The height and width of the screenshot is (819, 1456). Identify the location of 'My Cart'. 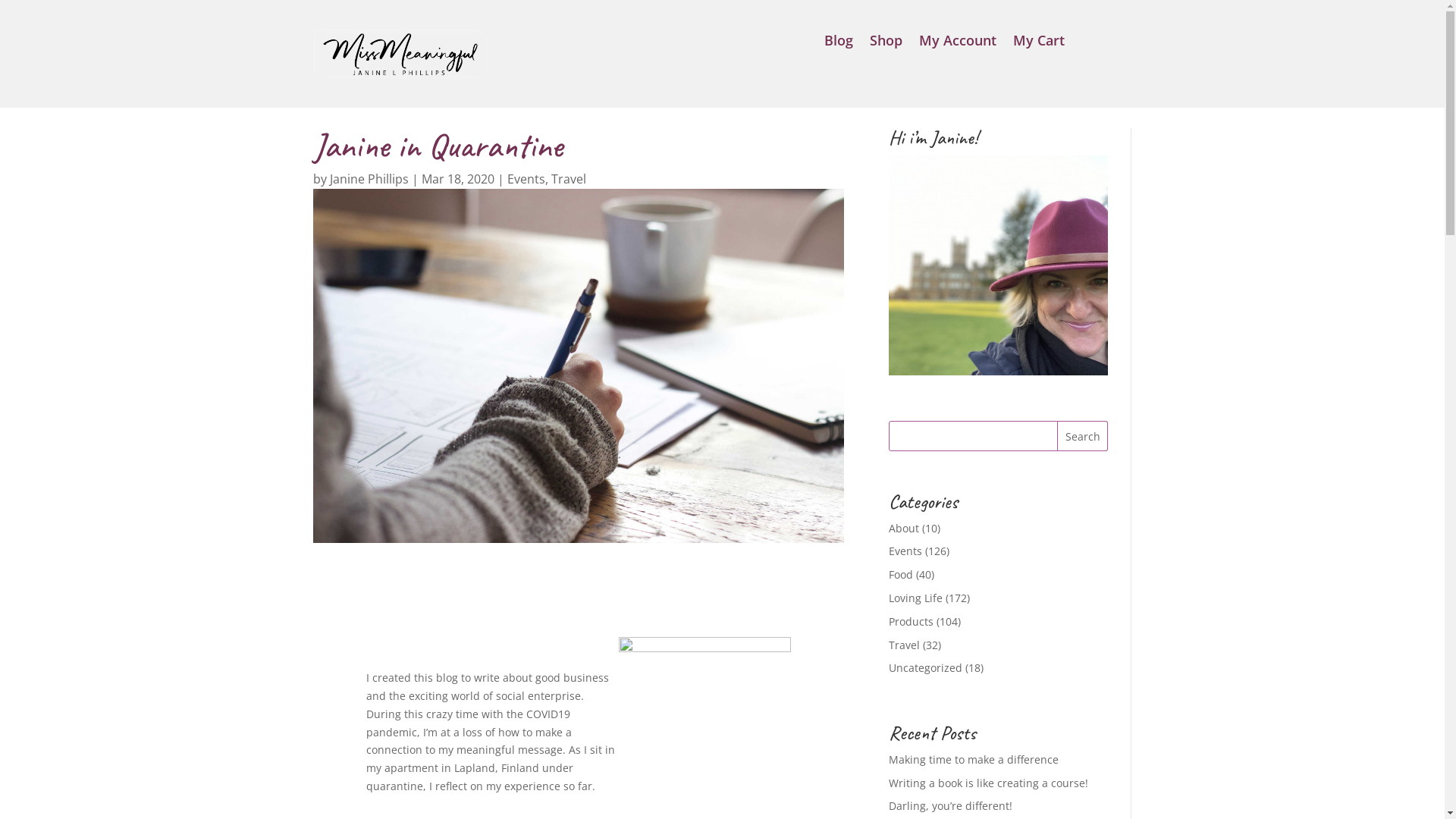
(1037, 42).